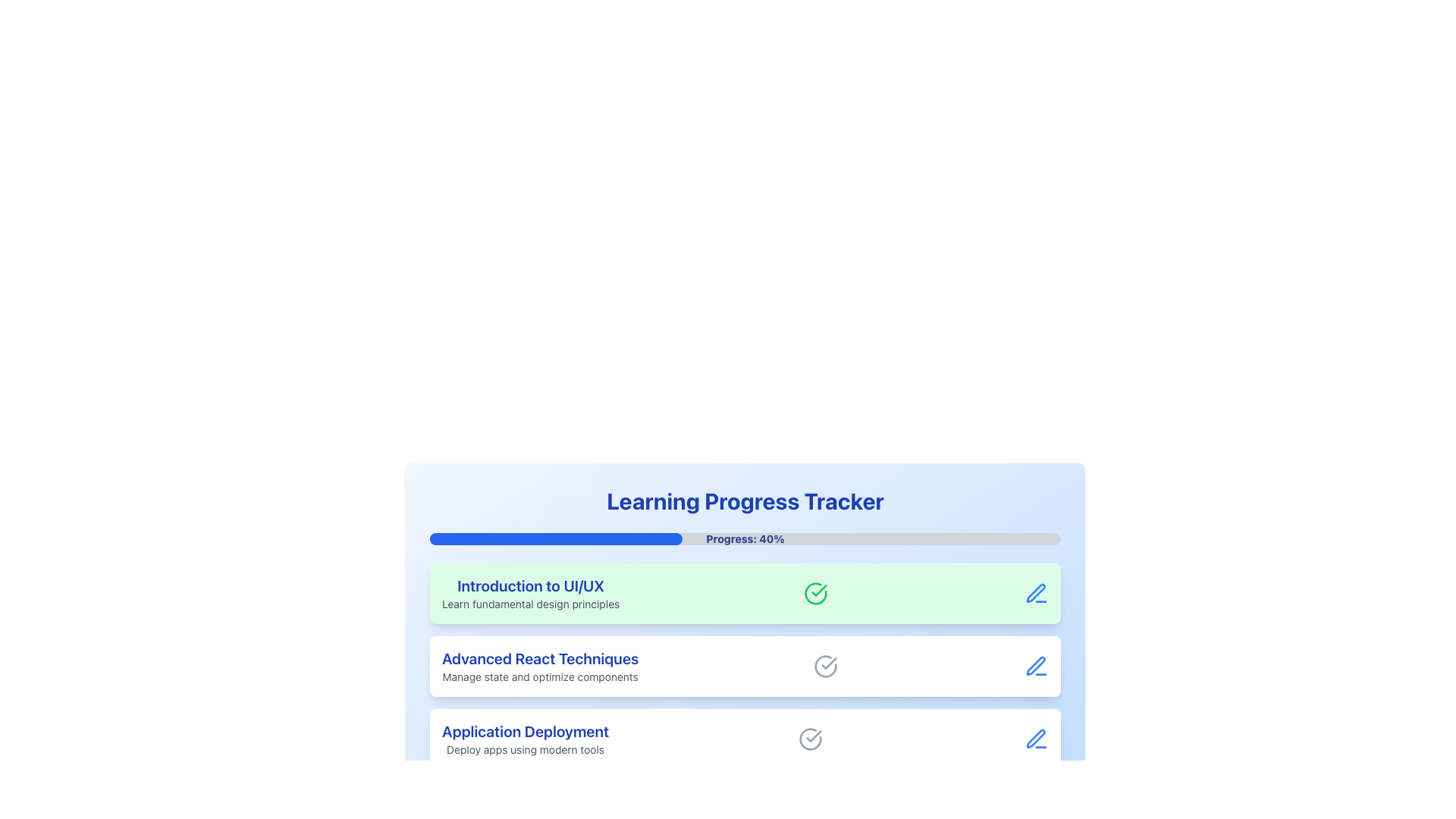 Image resolution: width=1456 pixels, height=819 pixels. What do you see at coordinates (531, 604) in the screenshot?
I see `the Static Text that provides additional information about the 'Introduction to UI/UX' section, located directly below the section title in the progress tracker` at bounding box center [531, 604].